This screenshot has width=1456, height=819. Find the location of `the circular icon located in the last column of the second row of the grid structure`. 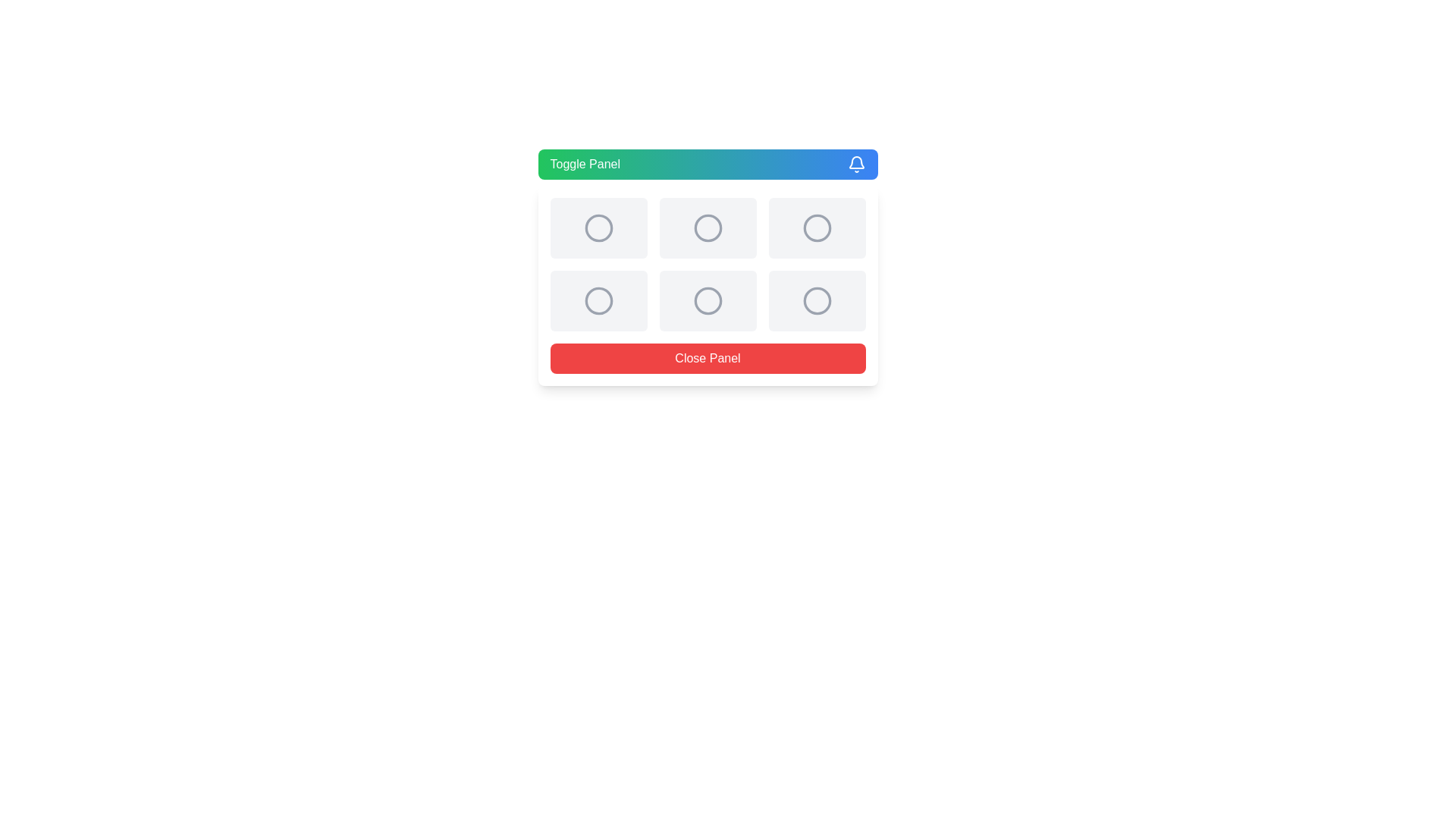

the circular icon located in the last column of the second row of the grid structure is located at coordinates (816, 301).